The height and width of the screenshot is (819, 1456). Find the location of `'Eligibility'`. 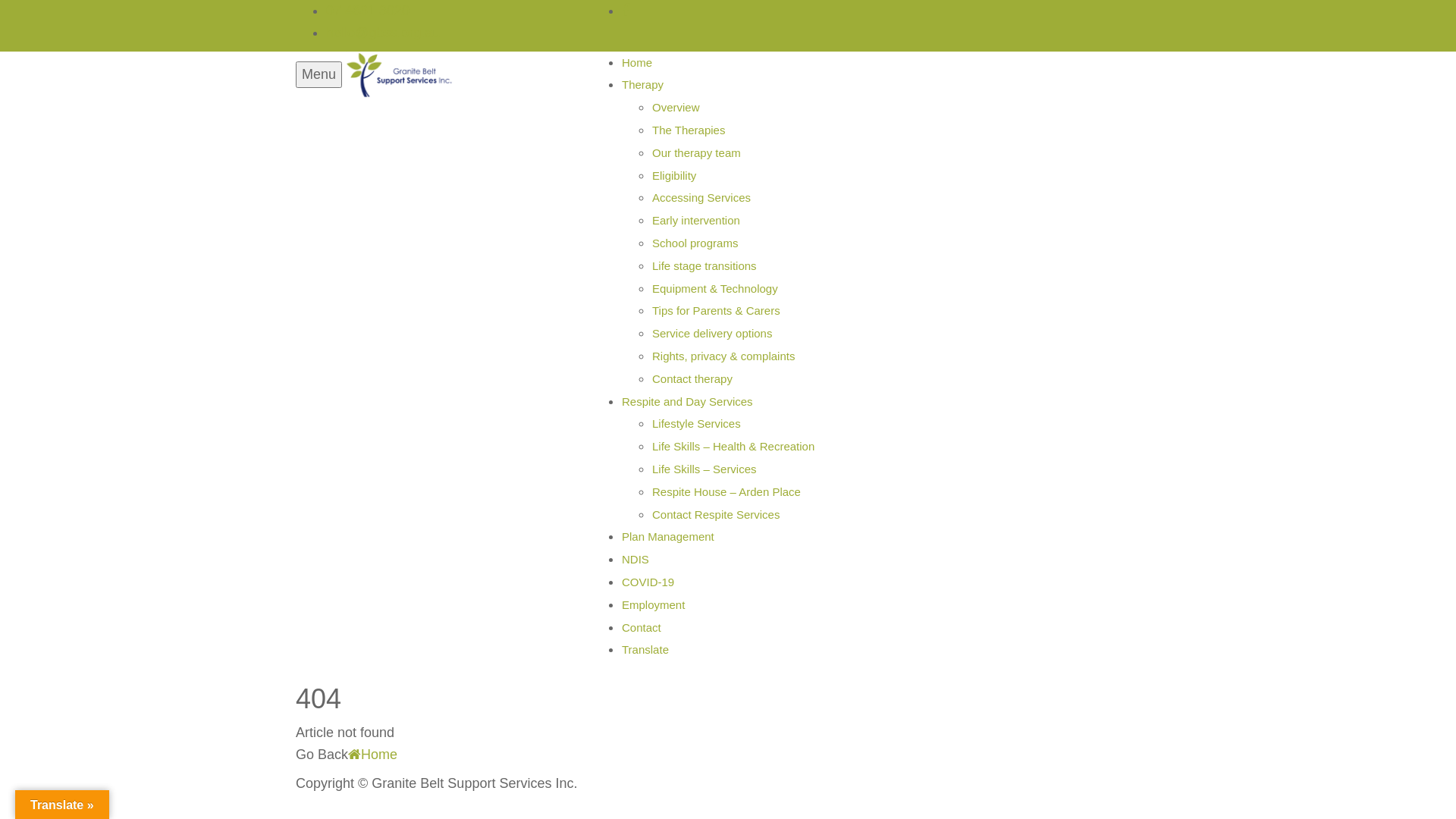

'Eligibility' is located at coordinates (673, 174).